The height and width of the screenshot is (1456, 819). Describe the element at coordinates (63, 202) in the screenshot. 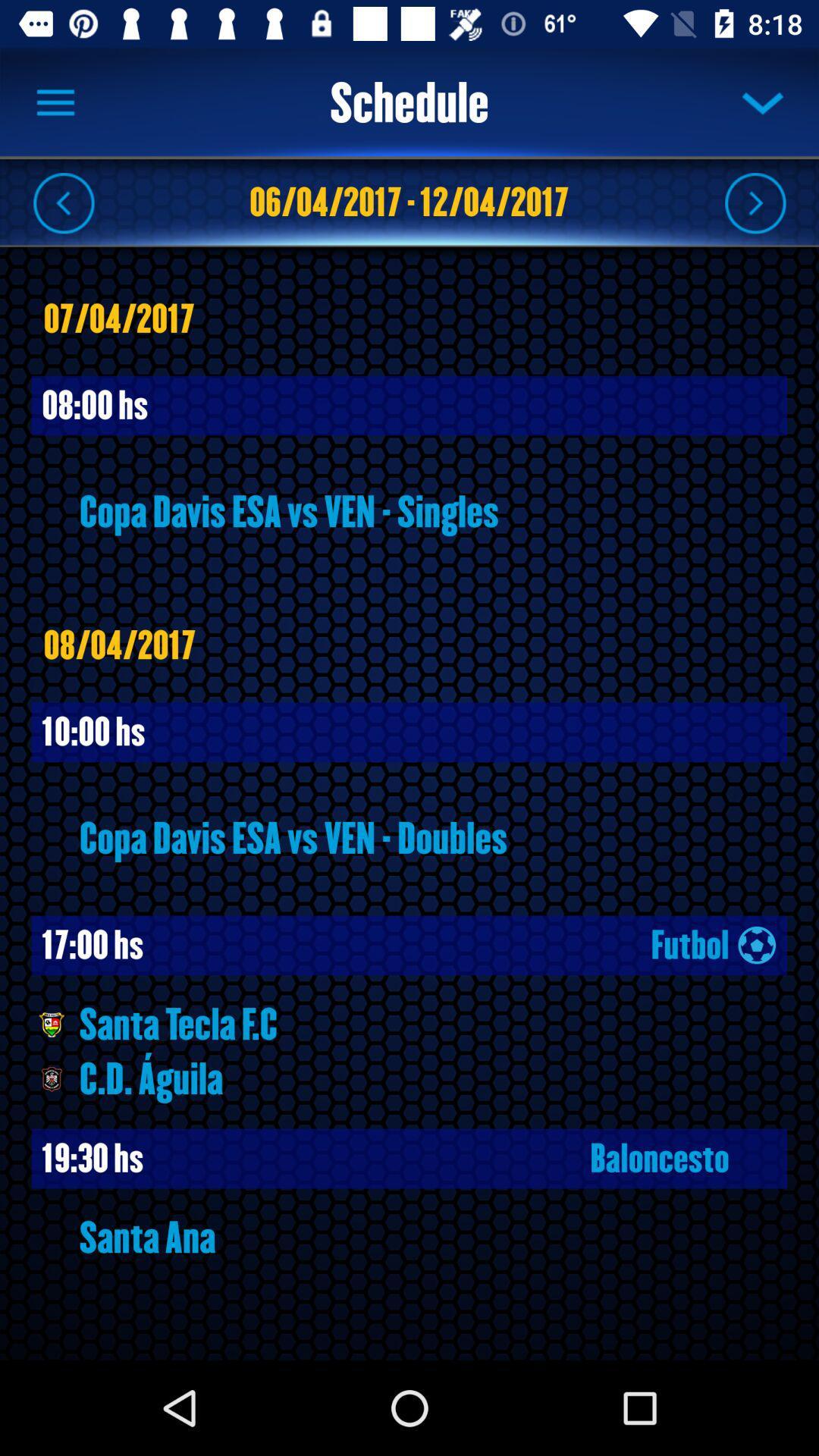

I see `the arrow_backward icon` at that location.